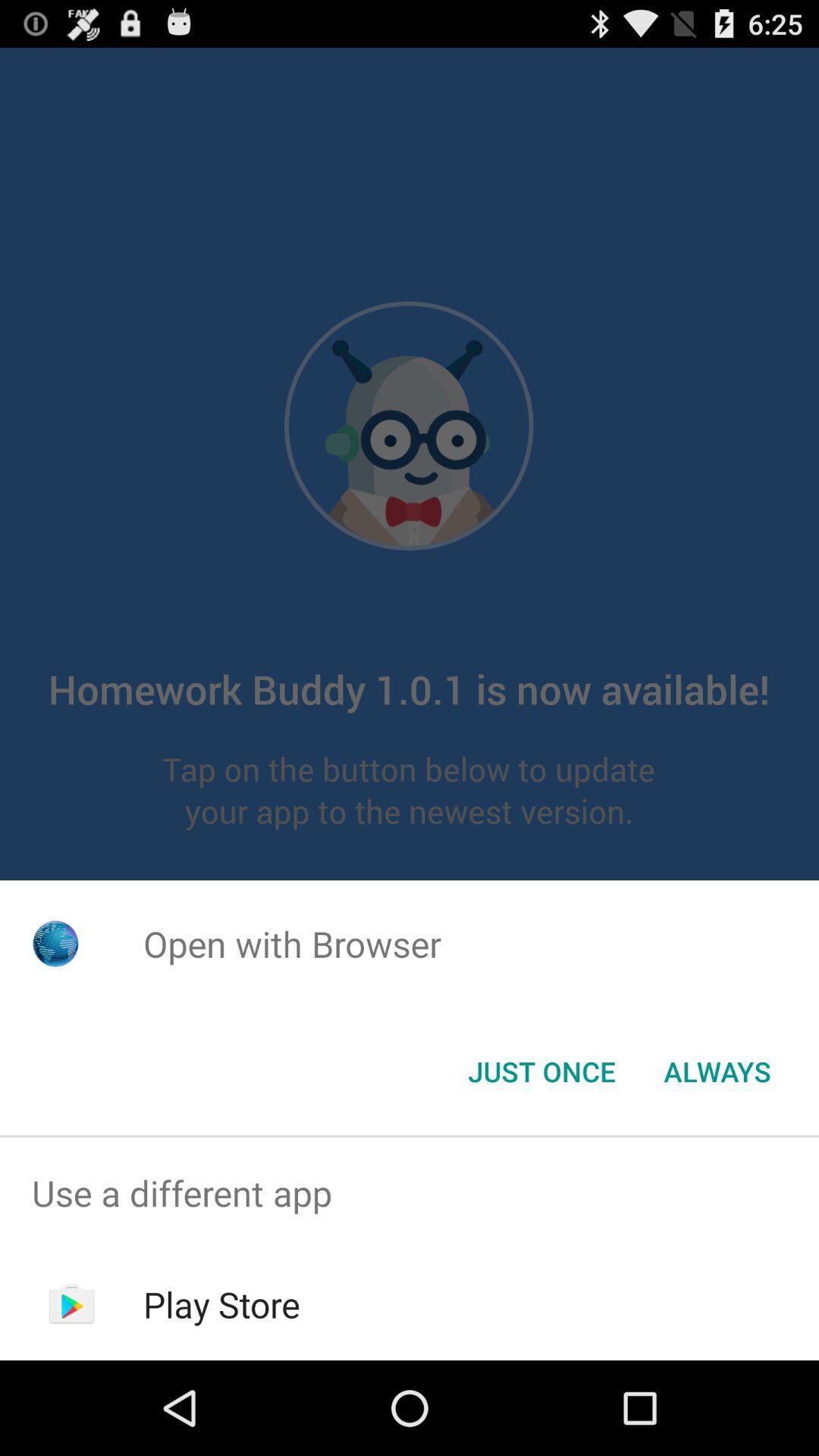 This screenshot has width=819, height=1456. What do you see at coordinates (717, 1070) in the screenshot?
I see `the always icon` at bounding box center [717, 1070].